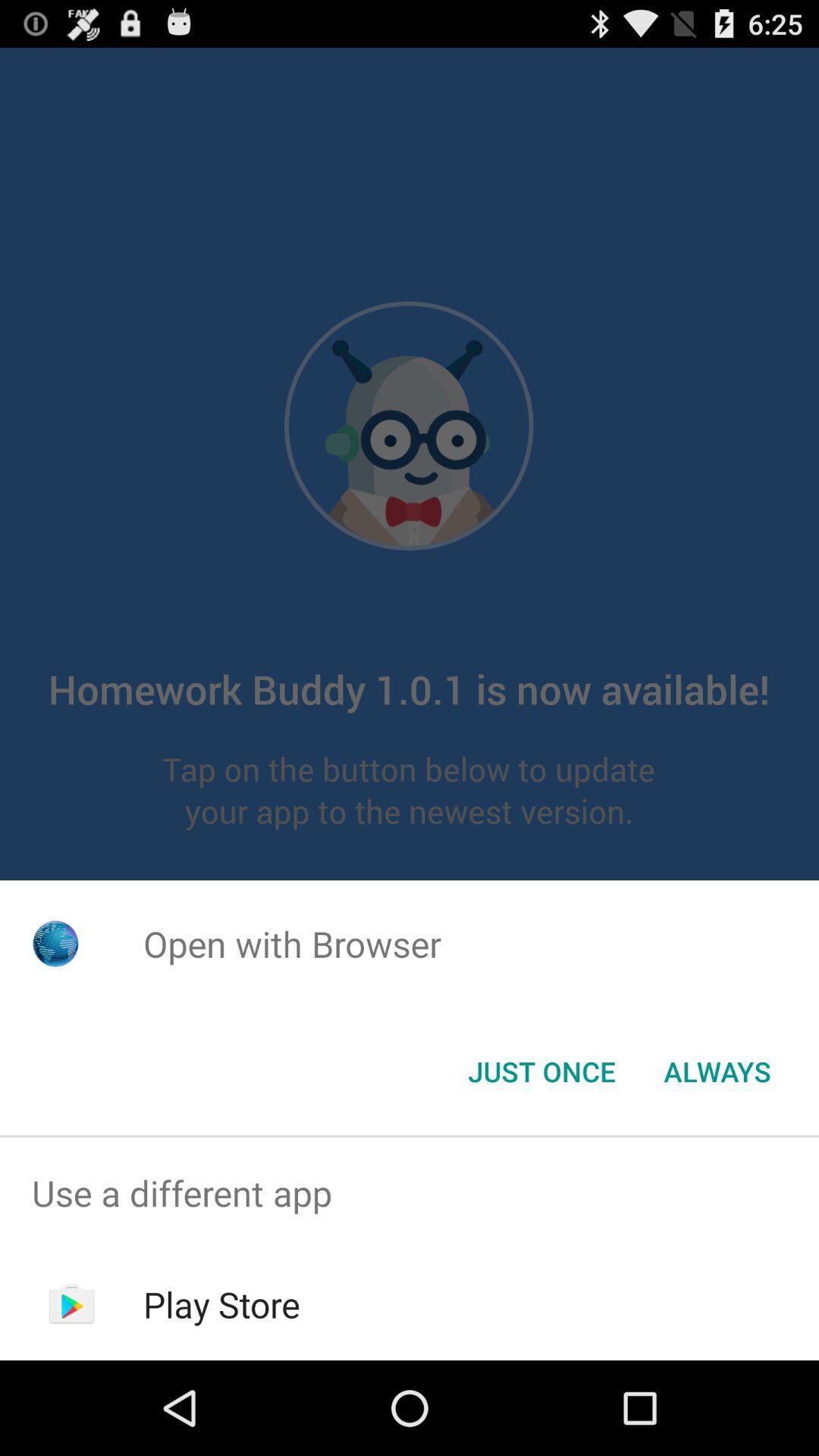 This screenshot has width=819, height=1456. What do you see at coordinates (717, 1070) in the screenshot?
I see `the always icon` at bounding box center [717, 1070].